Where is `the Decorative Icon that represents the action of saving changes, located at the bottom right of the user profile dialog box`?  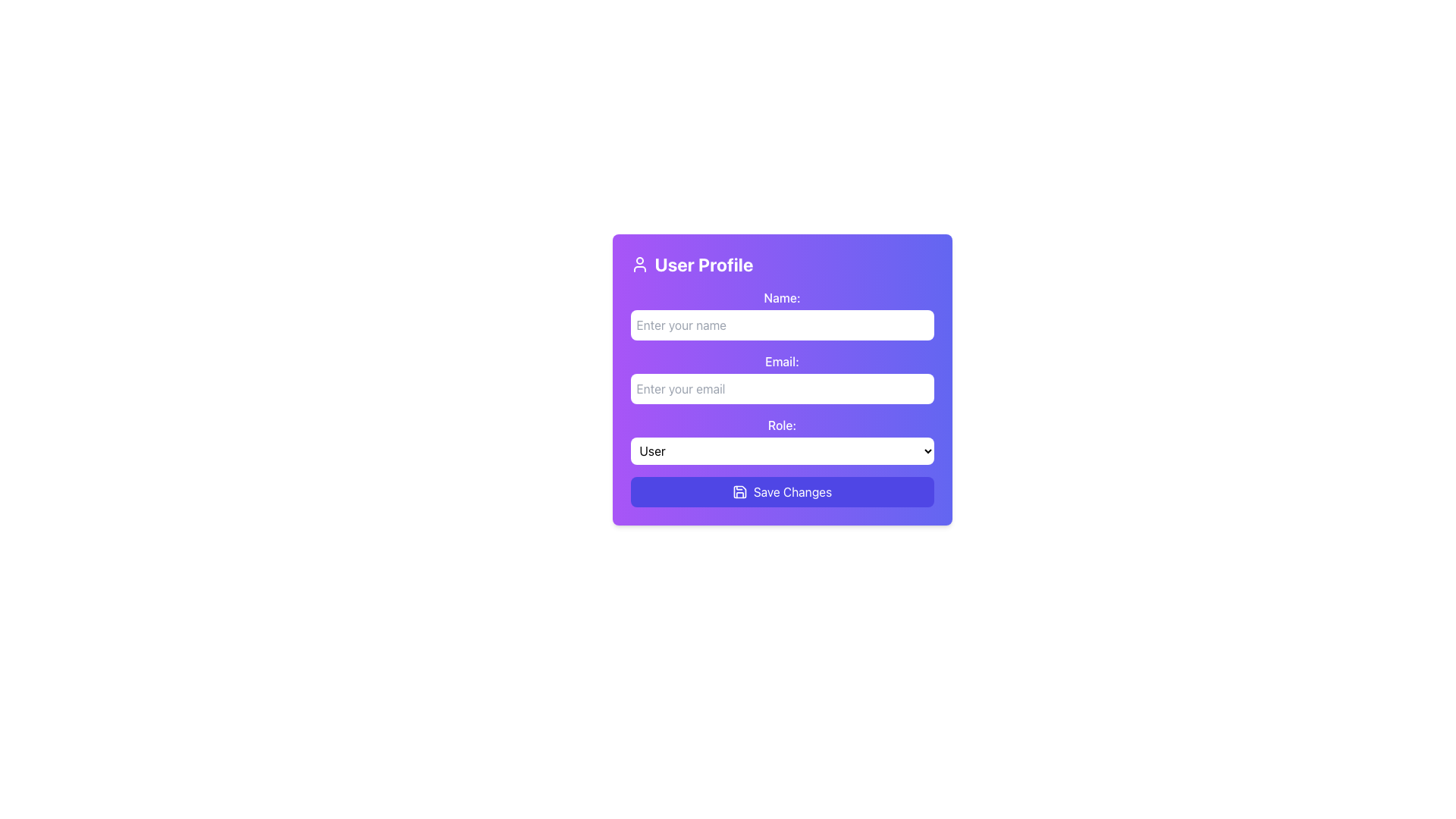 the Decorative Icon that represents the action of saving changes, located at the bottom right of the user profile dialog box is located at coordinates (739, 491).